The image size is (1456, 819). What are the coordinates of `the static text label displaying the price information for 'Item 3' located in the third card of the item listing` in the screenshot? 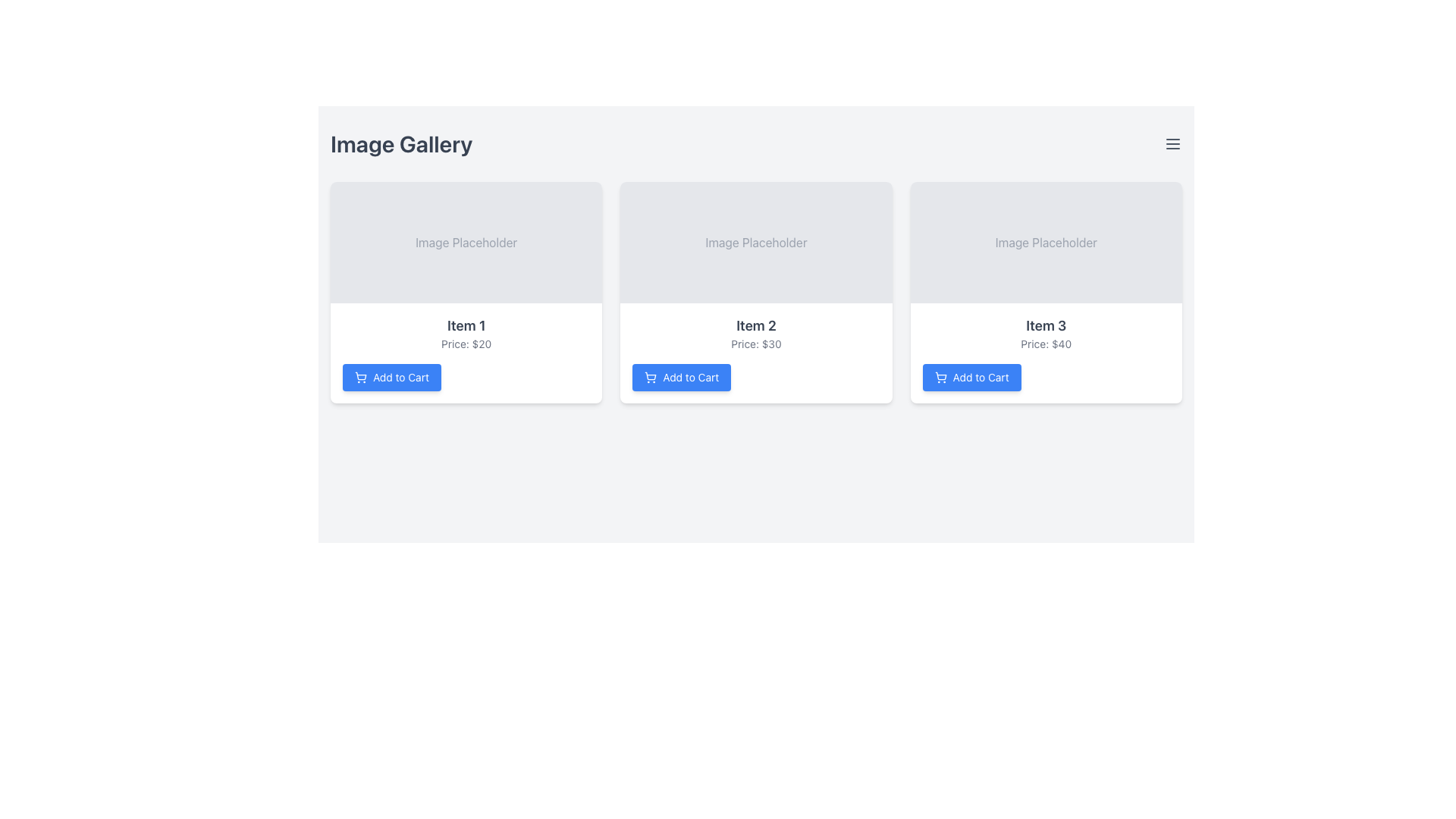 It's located at (1045, 344).